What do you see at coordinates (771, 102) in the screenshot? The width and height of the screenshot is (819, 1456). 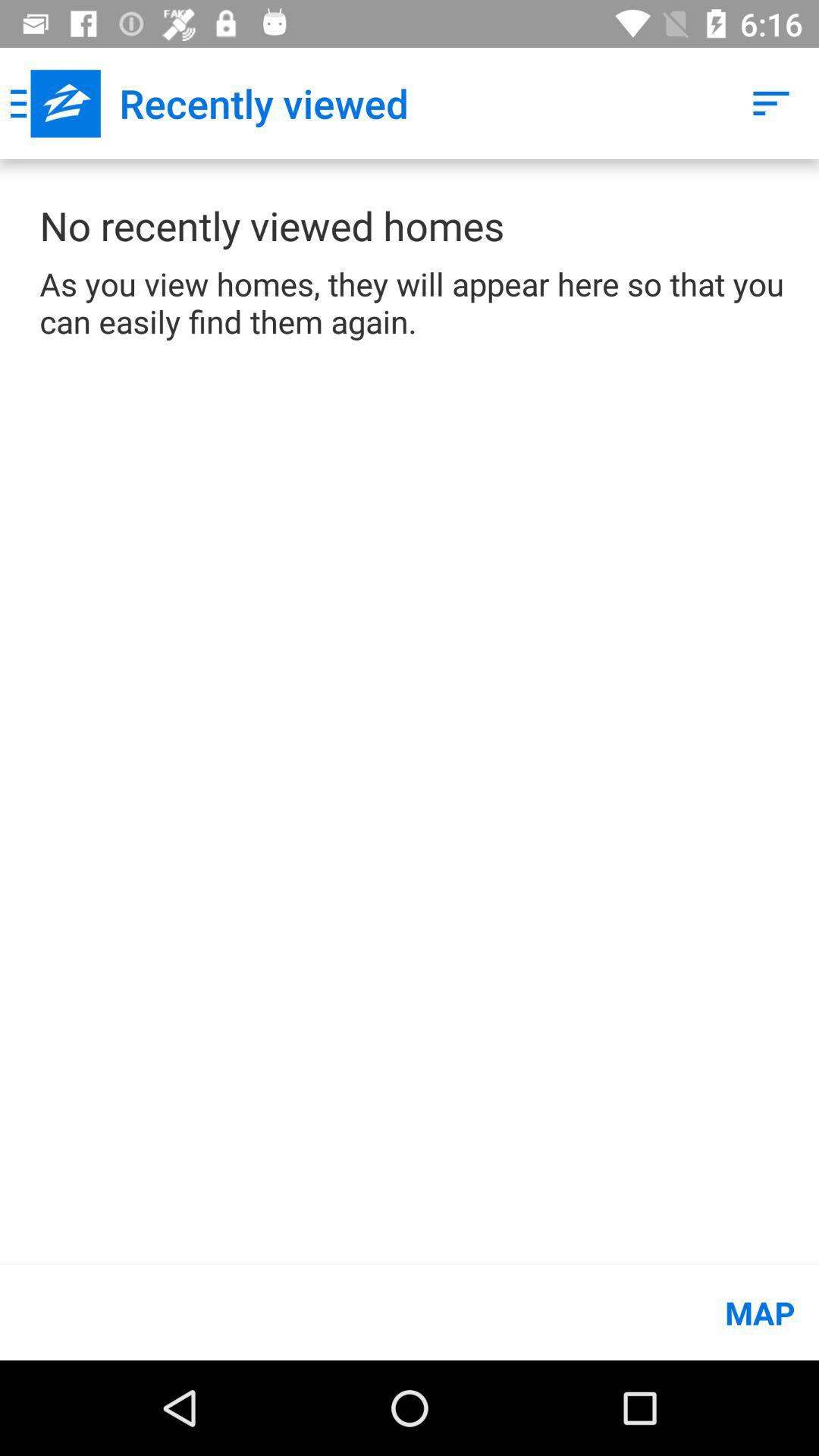 I see `item next to no recently viewed icon` at bounding box center [771, 102].